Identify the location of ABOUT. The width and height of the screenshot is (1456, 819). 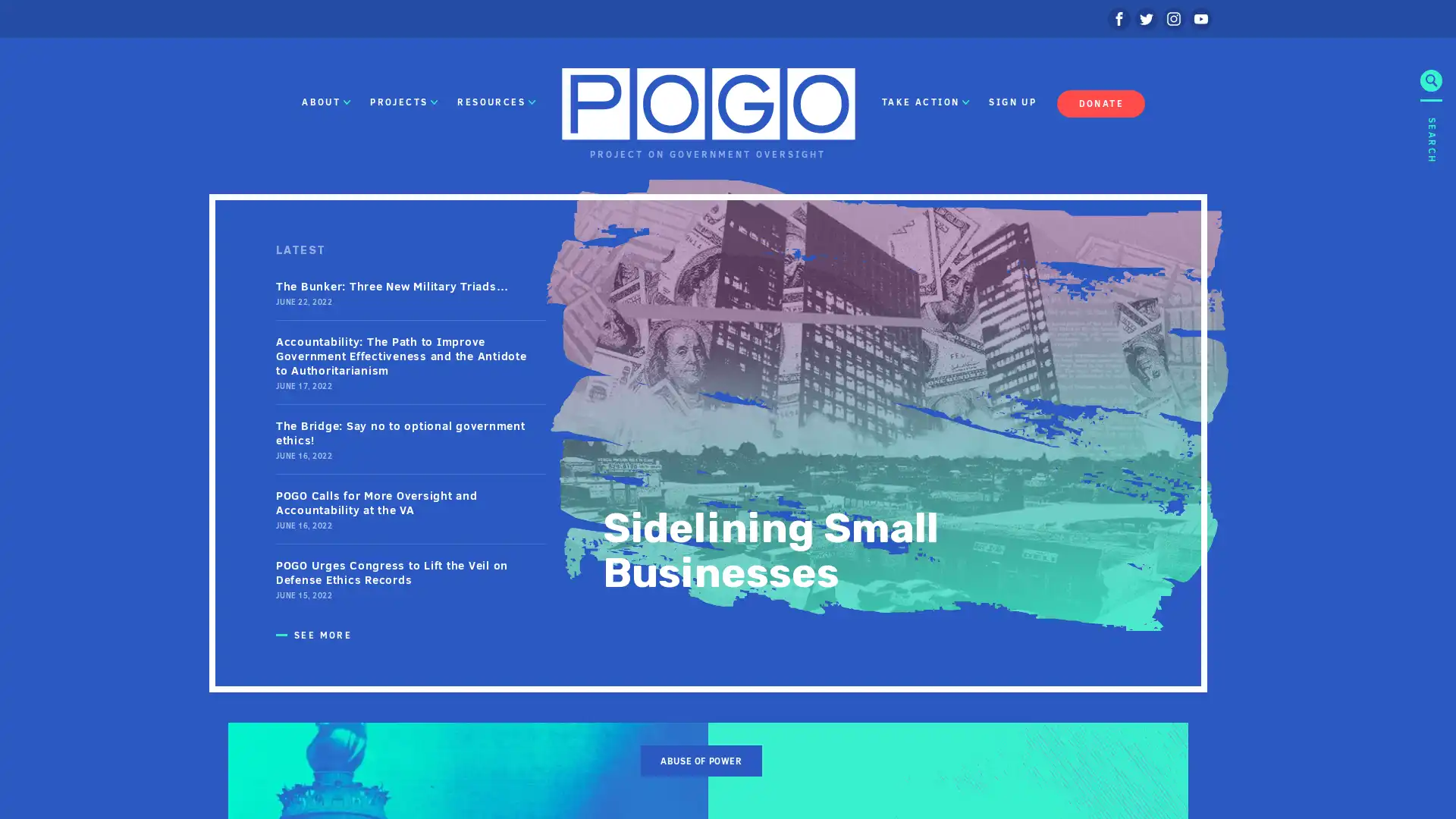
(325, 102).